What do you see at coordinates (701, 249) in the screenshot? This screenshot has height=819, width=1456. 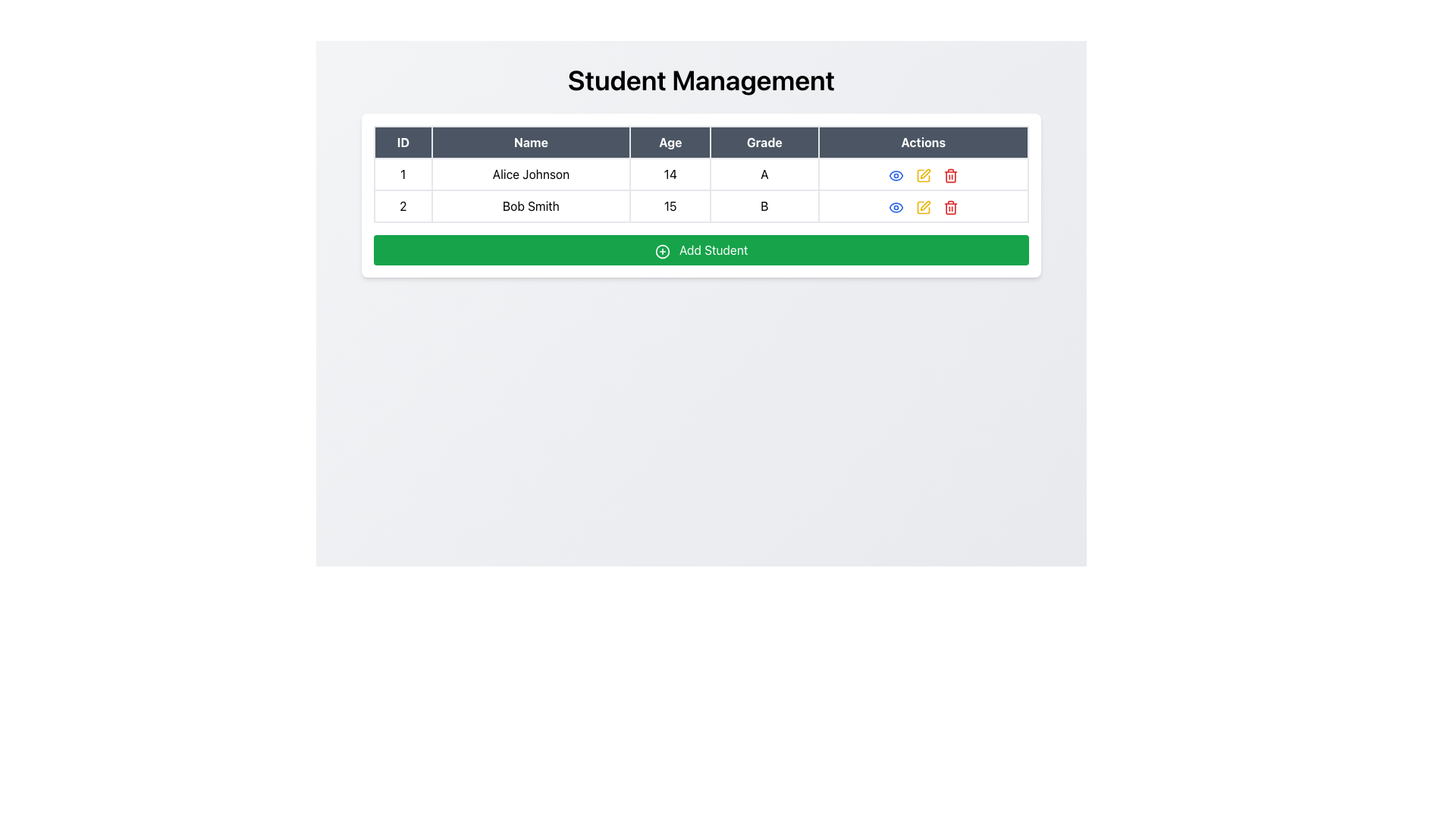 I see `the button located below the table of students` at bounding box center [701, 249].